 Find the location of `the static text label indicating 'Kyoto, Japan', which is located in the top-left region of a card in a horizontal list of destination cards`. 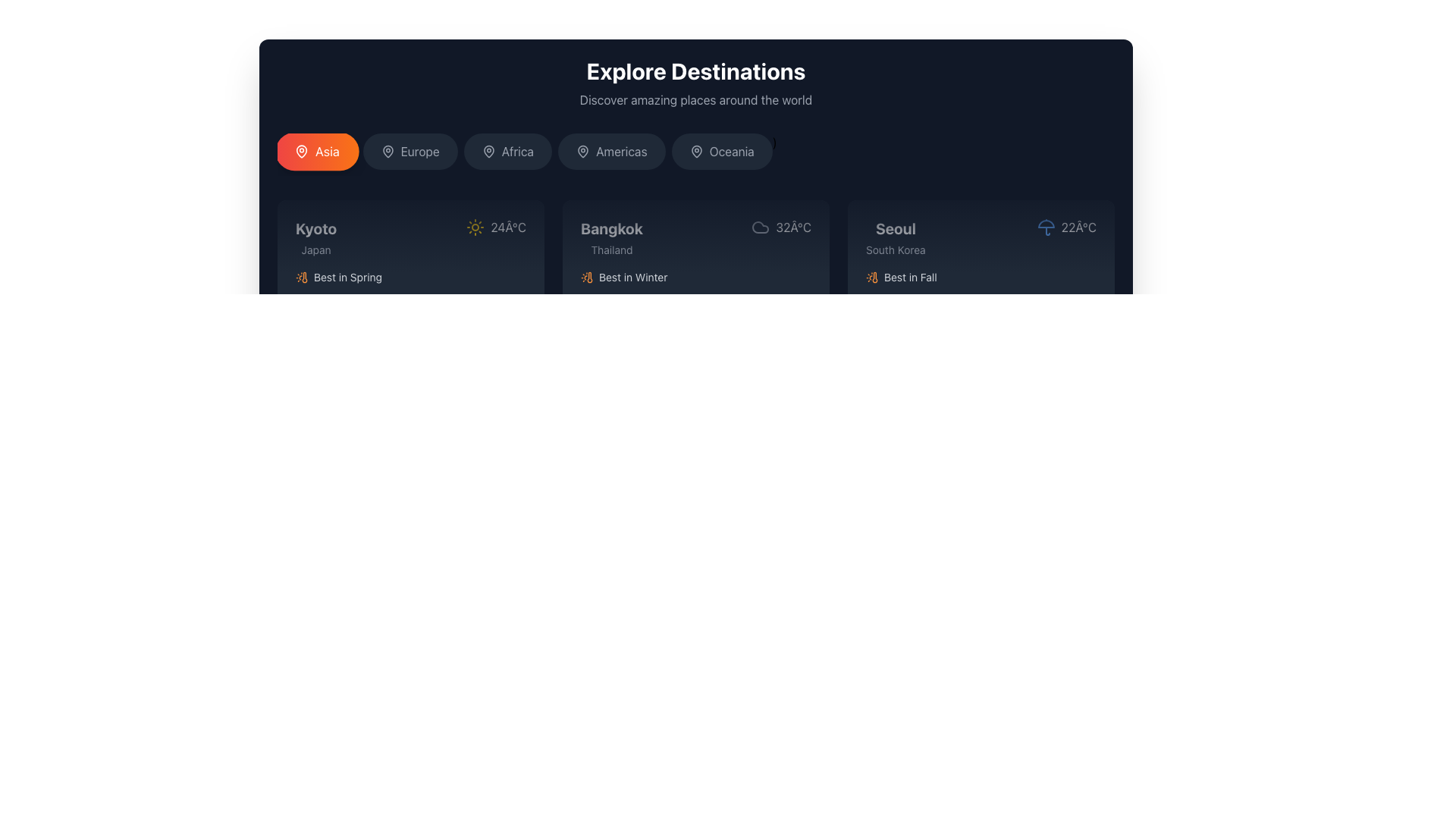

the static text label indicating 'Kyoto, Japan', which is located in the top-left region of a card in a horizontal list of destination cards is located at coordinates (315, 237).